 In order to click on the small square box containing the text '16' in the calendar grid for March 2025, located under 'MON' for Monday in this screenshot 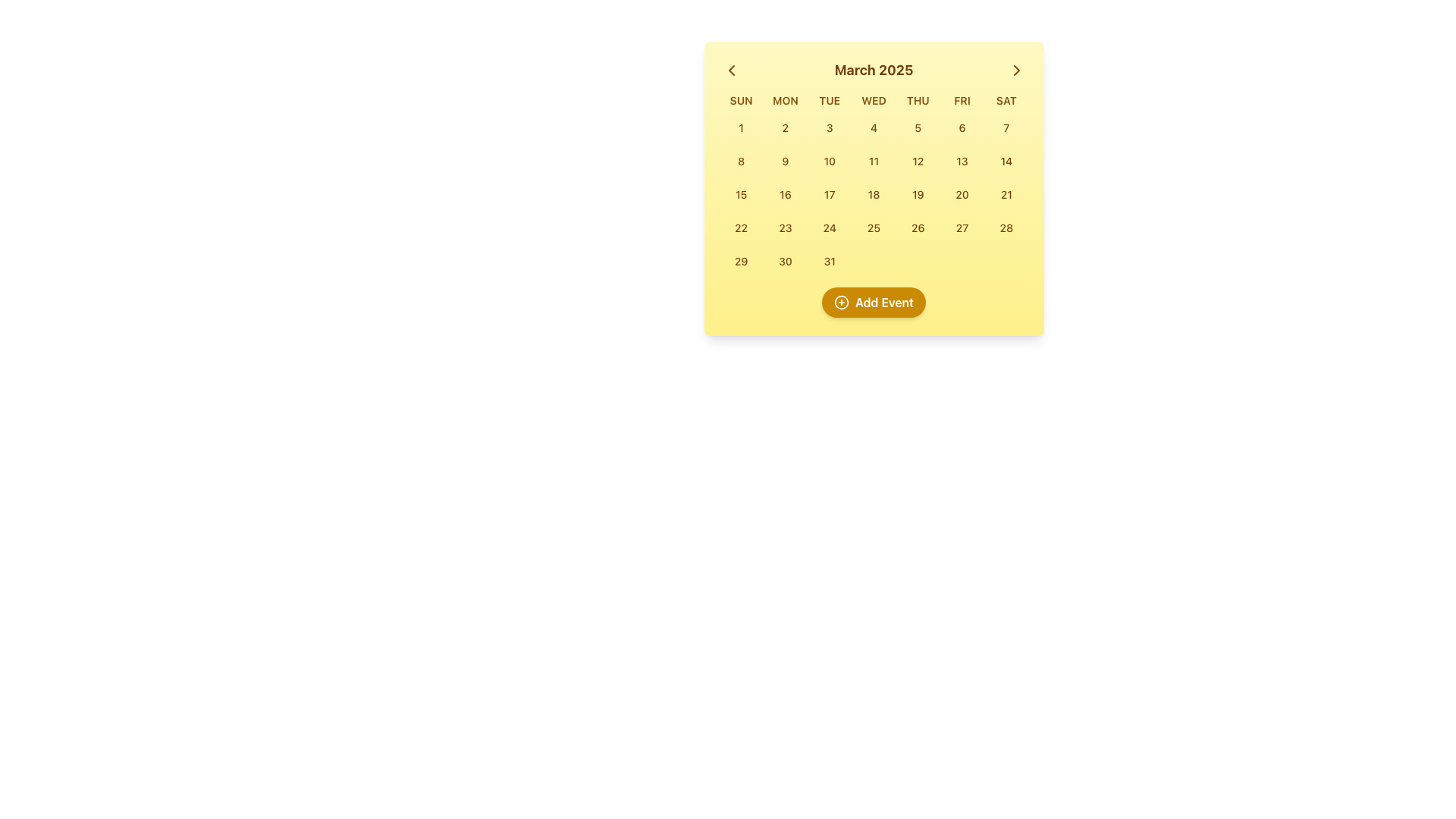, I will do `click(785, 194)`.